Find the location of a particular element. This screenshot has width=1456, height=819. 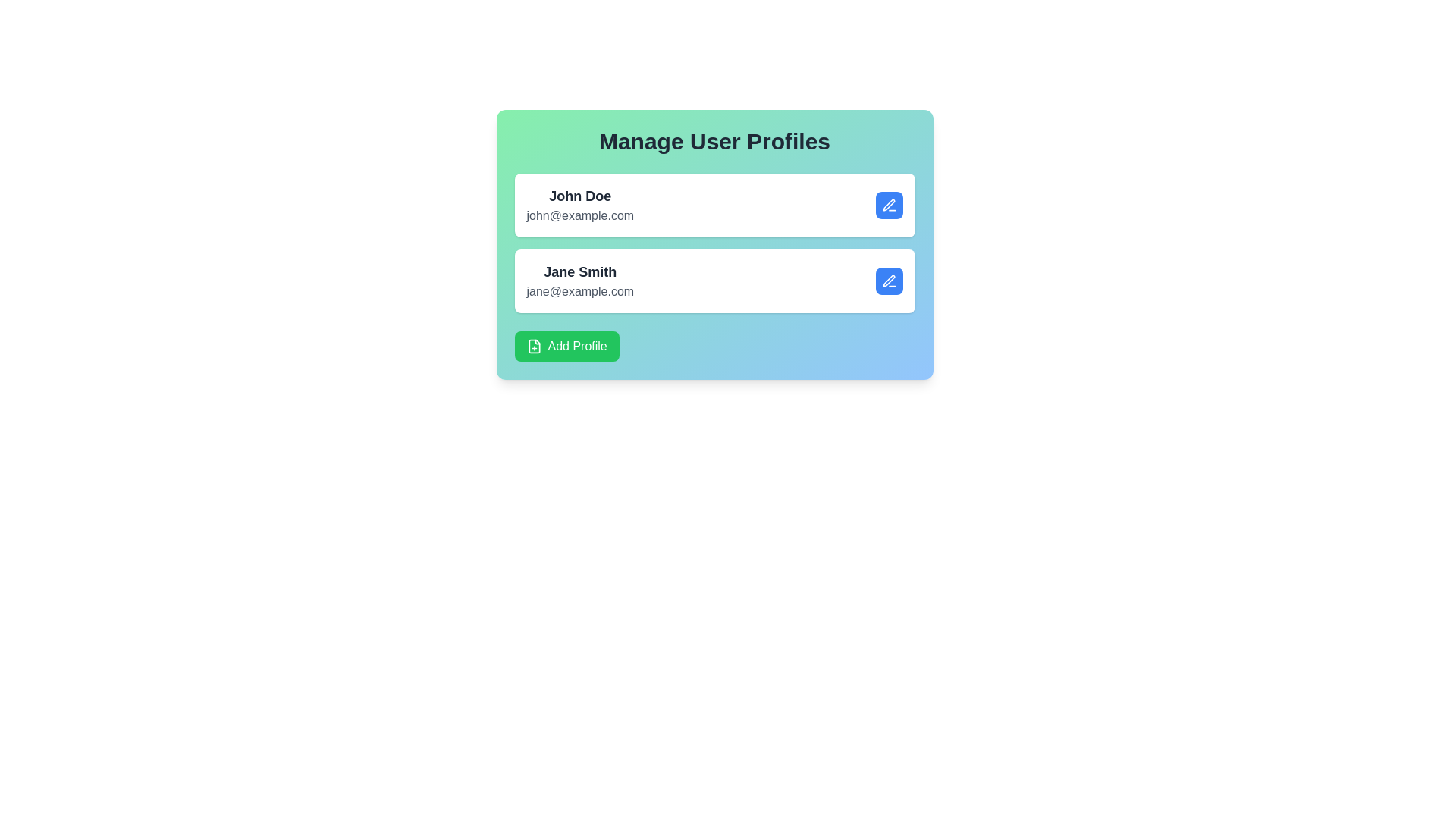

the static text displaying the email 'john@example.com', which is located below the name 'John Doe' in the user profile block under 'Manage User Profiles' is located at coordinates (579, 216).